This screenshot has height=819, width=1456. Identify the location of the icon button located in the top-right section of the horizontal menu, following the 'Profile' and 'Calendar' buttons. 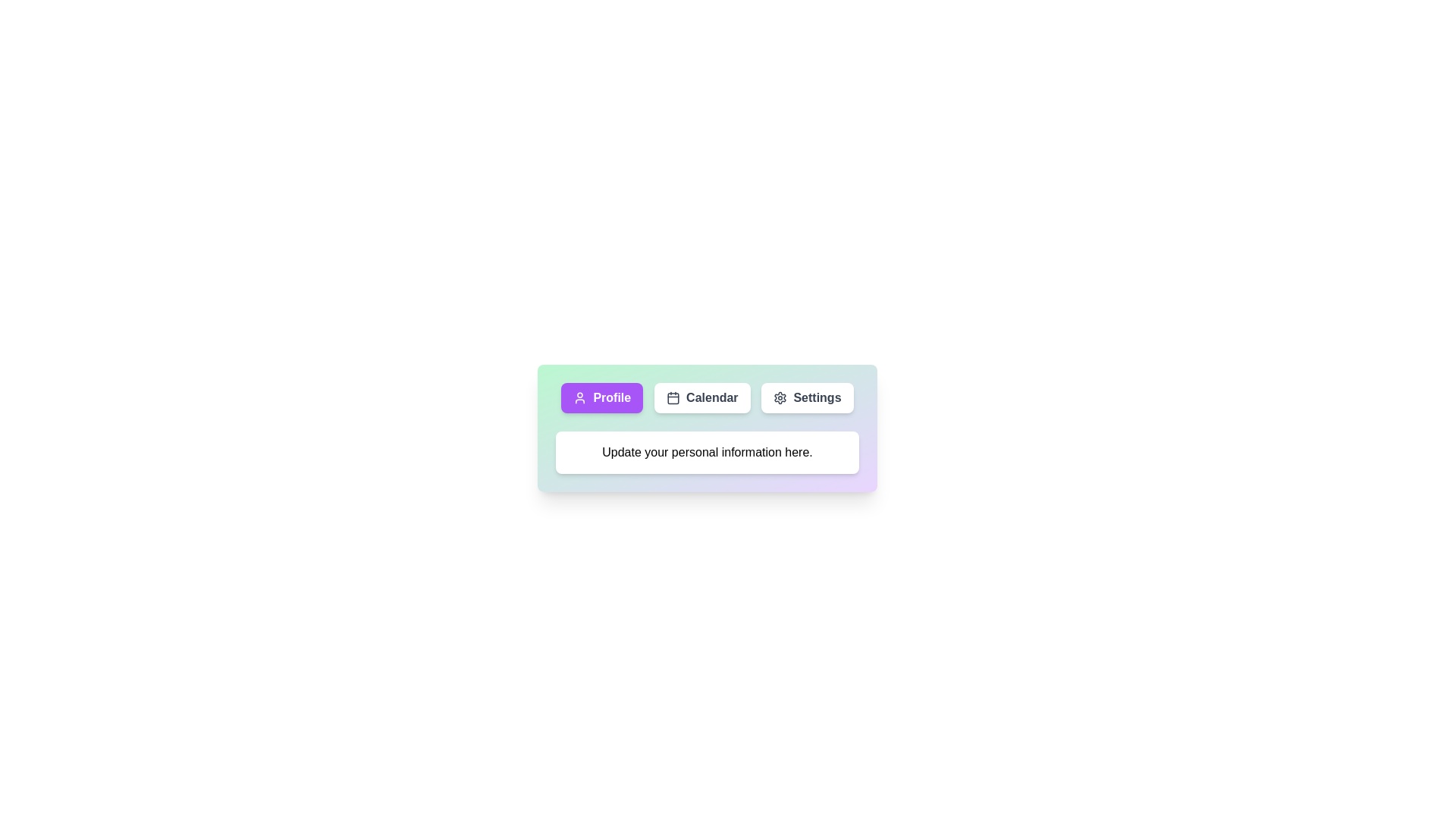
(780, 397).